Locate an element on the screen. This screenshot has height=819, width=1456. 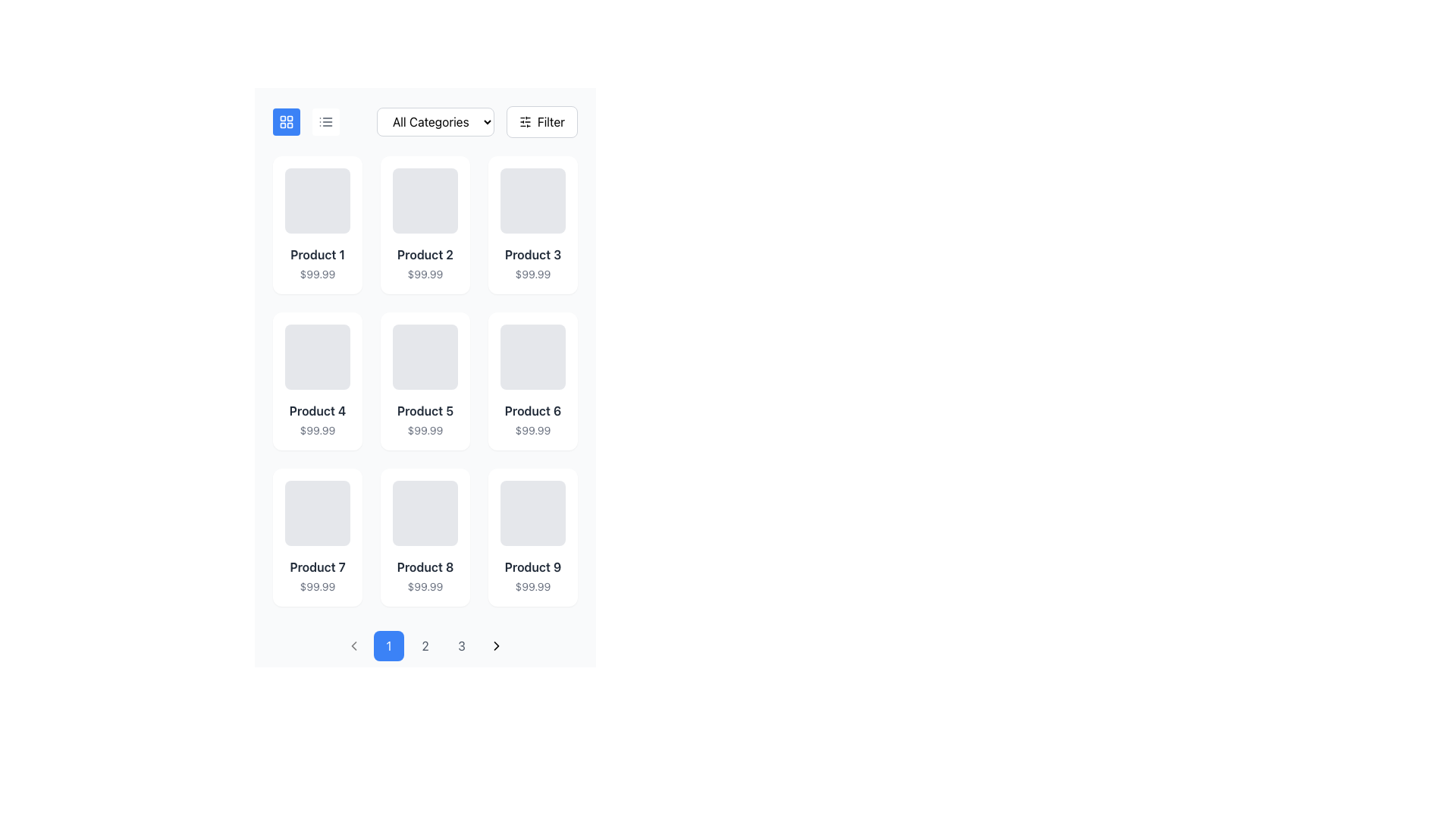
the text label displaying the price '$99.99' located below the product title 'Product 9' in the ninth product card is located at coordinates (532, 586).